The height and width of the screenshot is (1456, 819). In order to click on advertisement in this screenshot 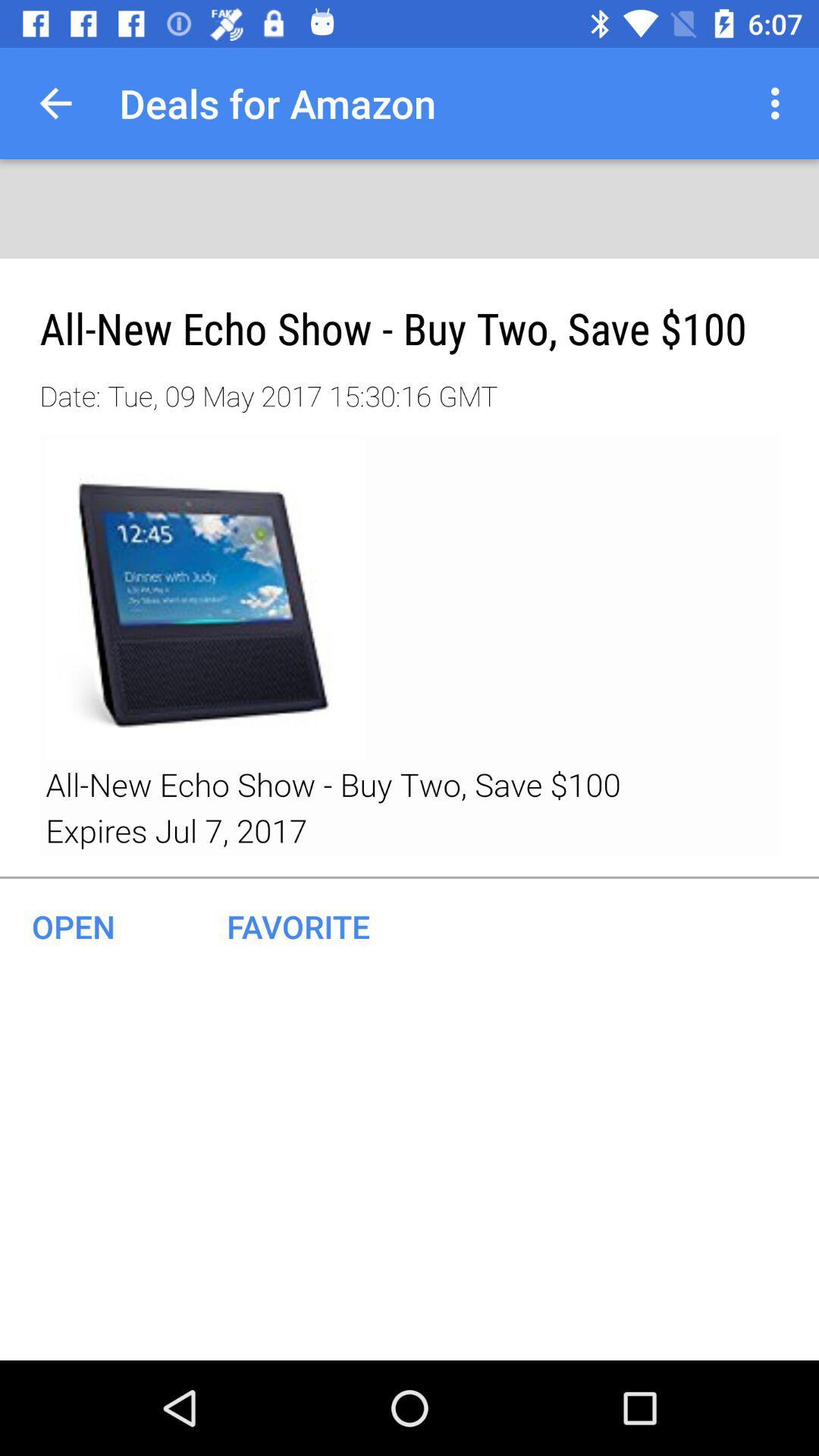, I will do `click(409, 645)`.